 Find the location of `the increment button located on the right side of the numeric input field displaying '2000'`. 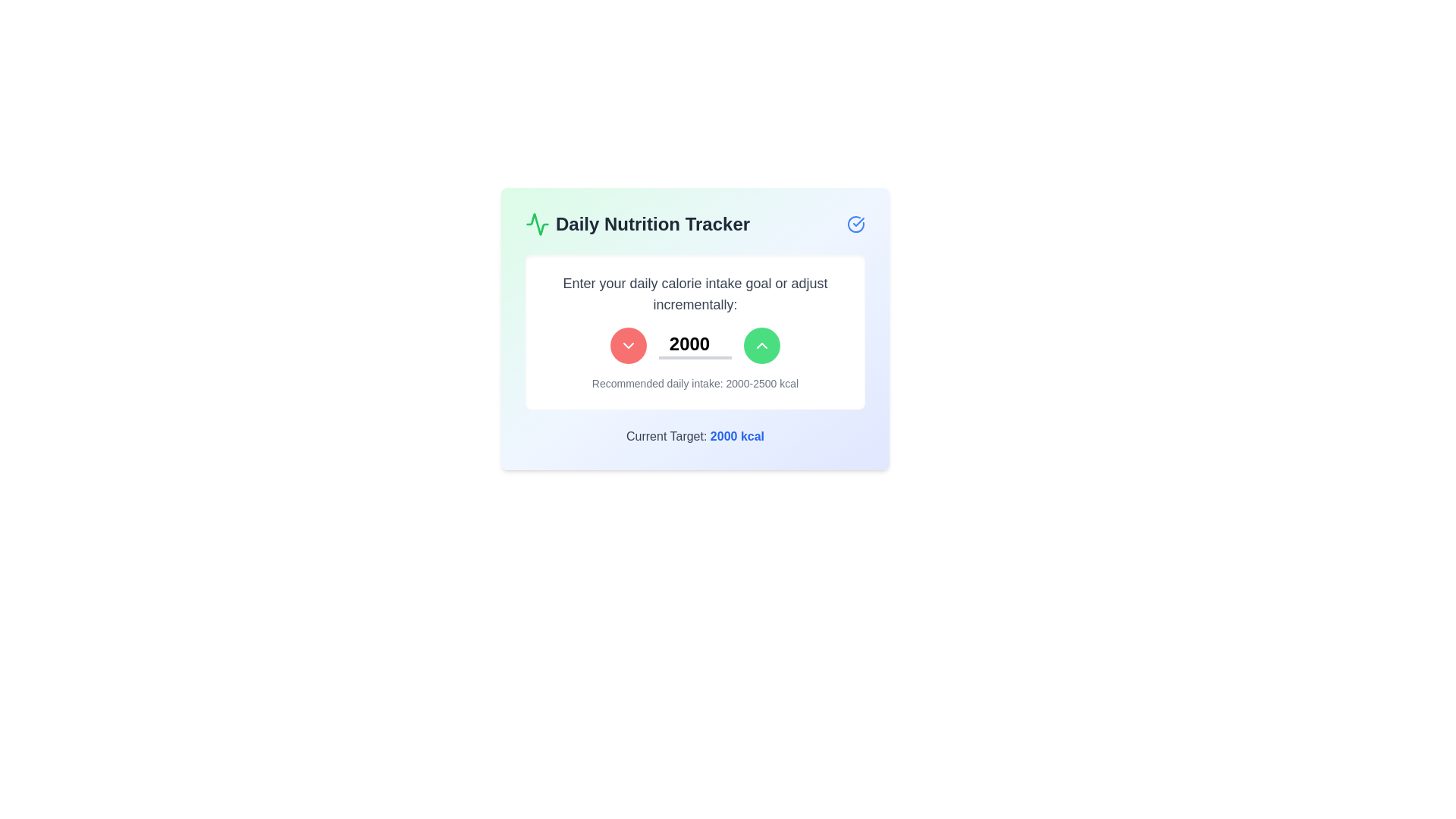

the increment button located on the right side of the numeric input field displaying '2000' is located at coordinates (761, 345).